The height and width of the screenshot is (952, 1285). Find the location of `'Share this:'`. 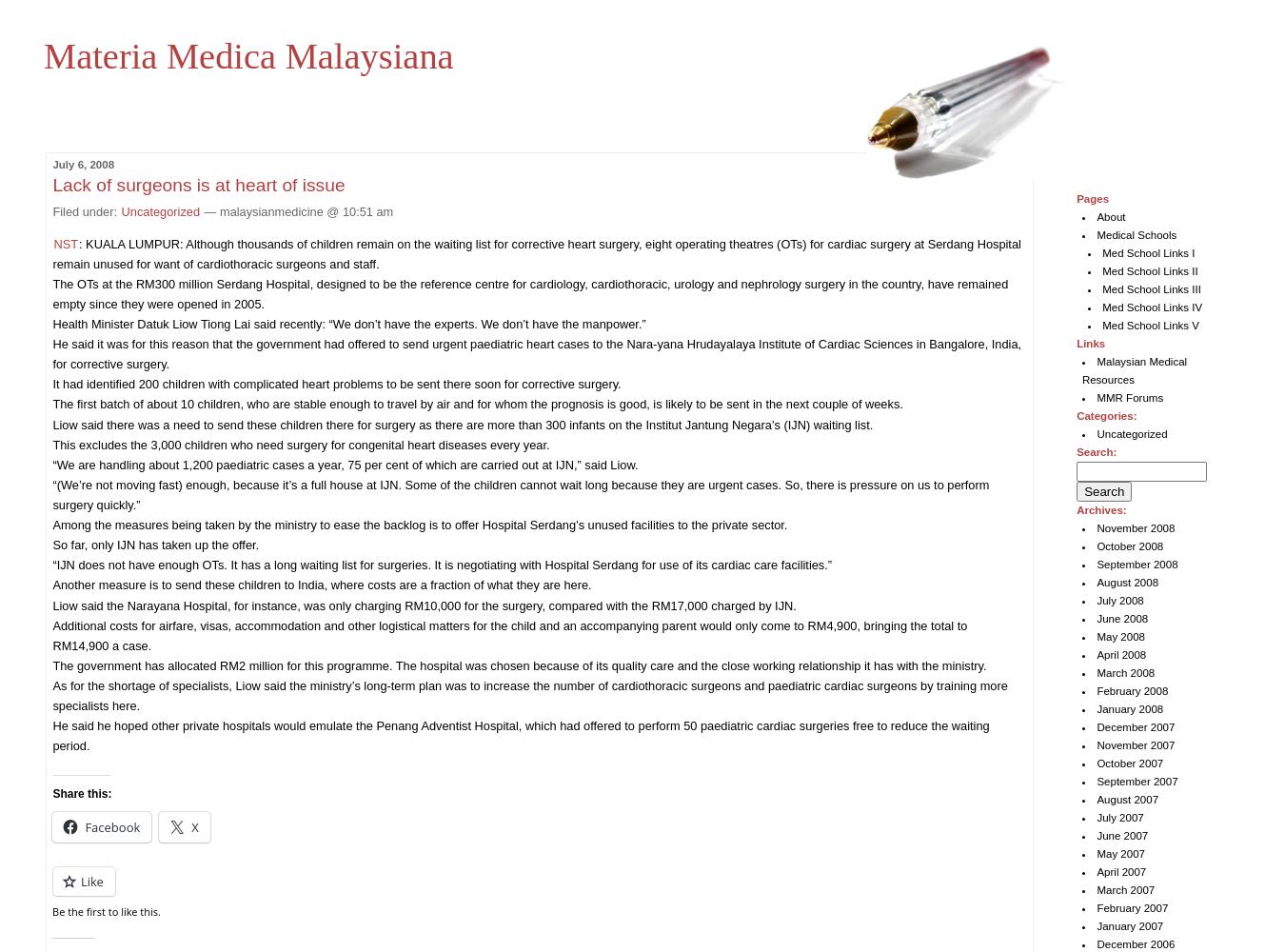

'Share this:' is located at coordinates (80, 792).